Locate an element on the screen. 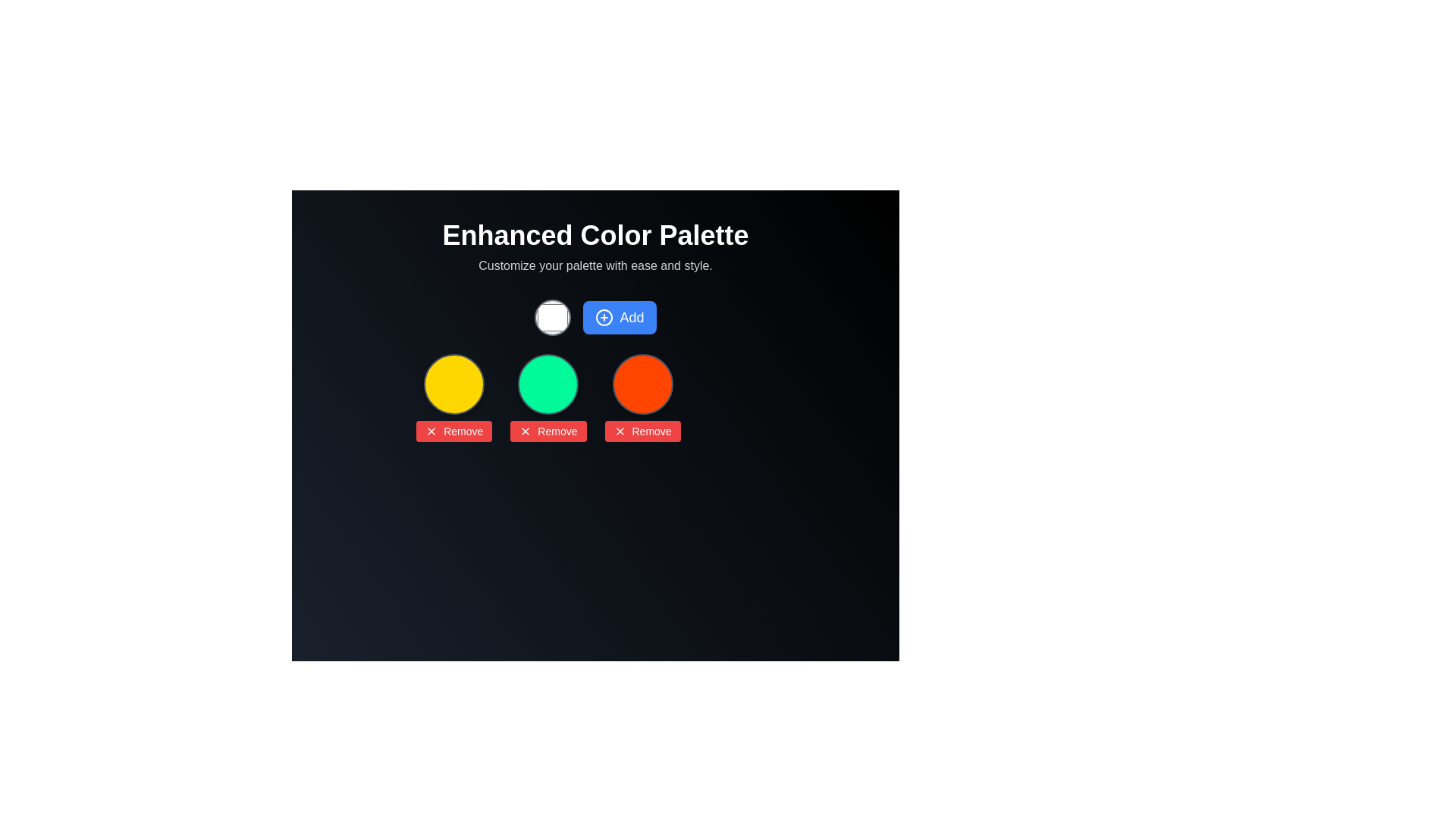  the circular shape that indicates the 'Add' button, located in the top row of the interface to the right of a white circular component is located at coordinates (604, 317).